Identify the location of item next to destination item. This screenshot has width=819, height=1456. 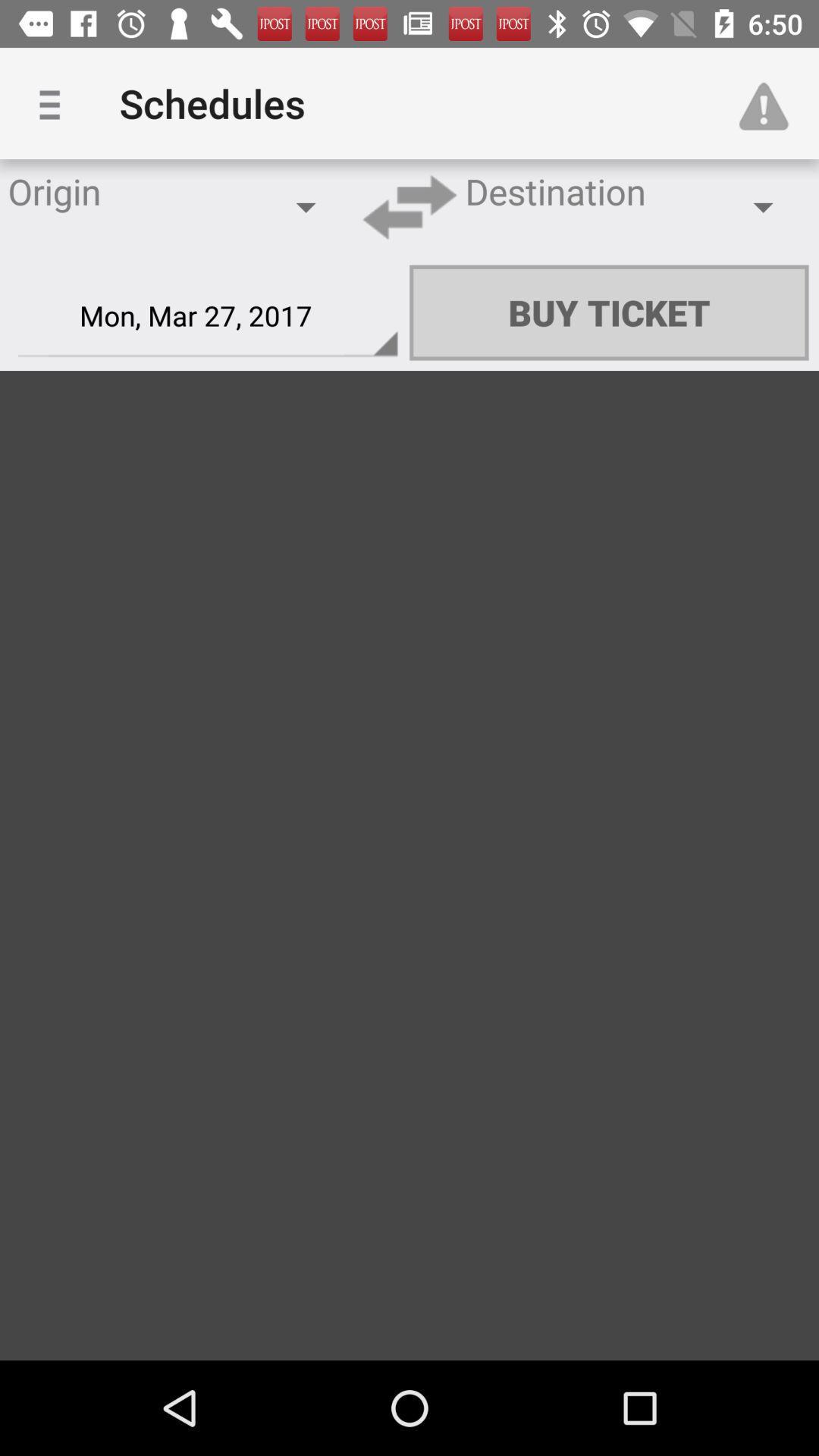
(409, 206).